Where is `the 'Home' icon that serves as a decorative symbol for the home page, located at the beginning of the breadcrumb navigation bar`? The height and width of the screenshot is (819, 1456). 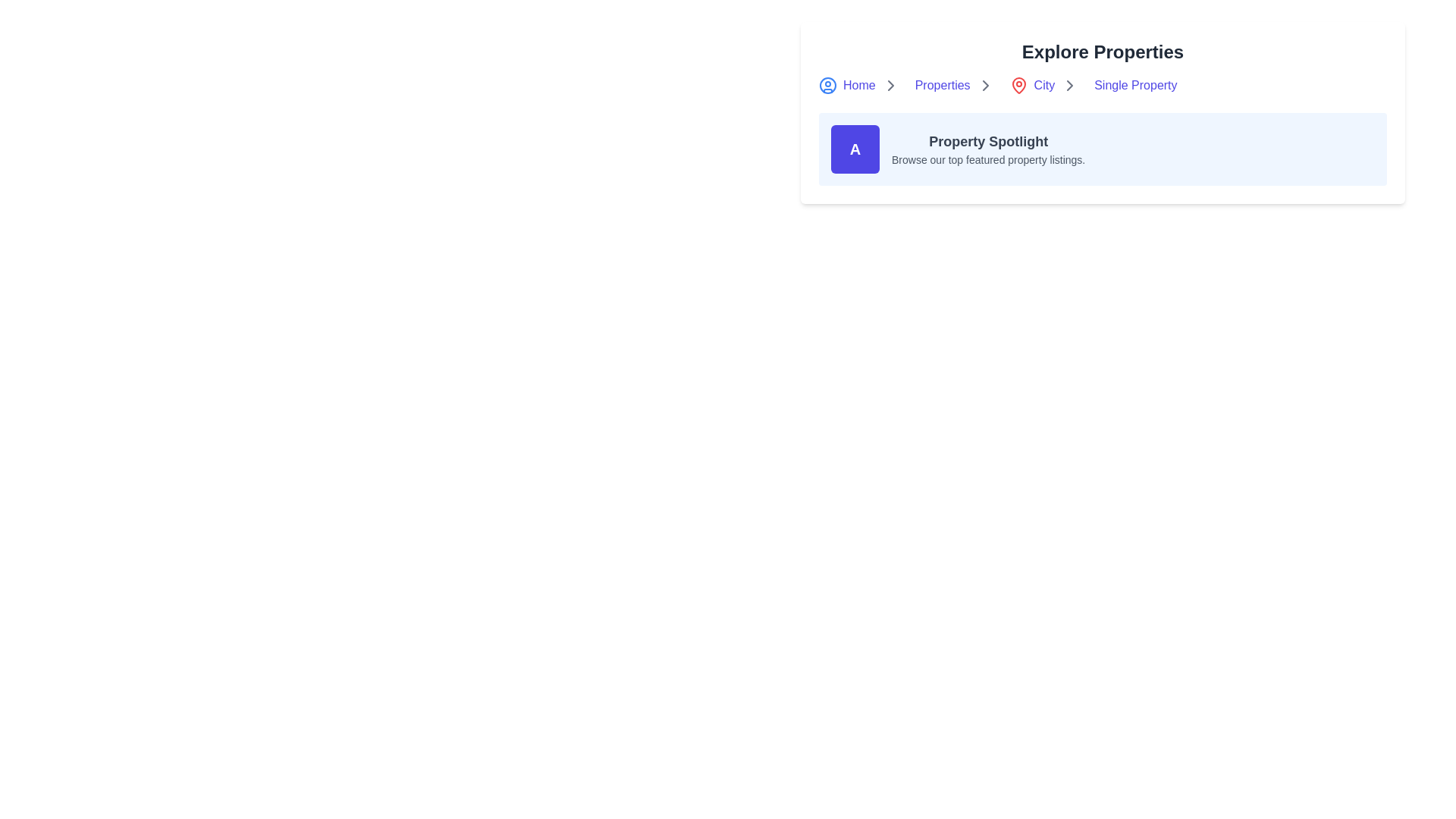
the 'Home' icon that serves as a decorative symbol for the home page, located at the beginning of the breadcrumb navigation bar is located at coordinates (830, 85).